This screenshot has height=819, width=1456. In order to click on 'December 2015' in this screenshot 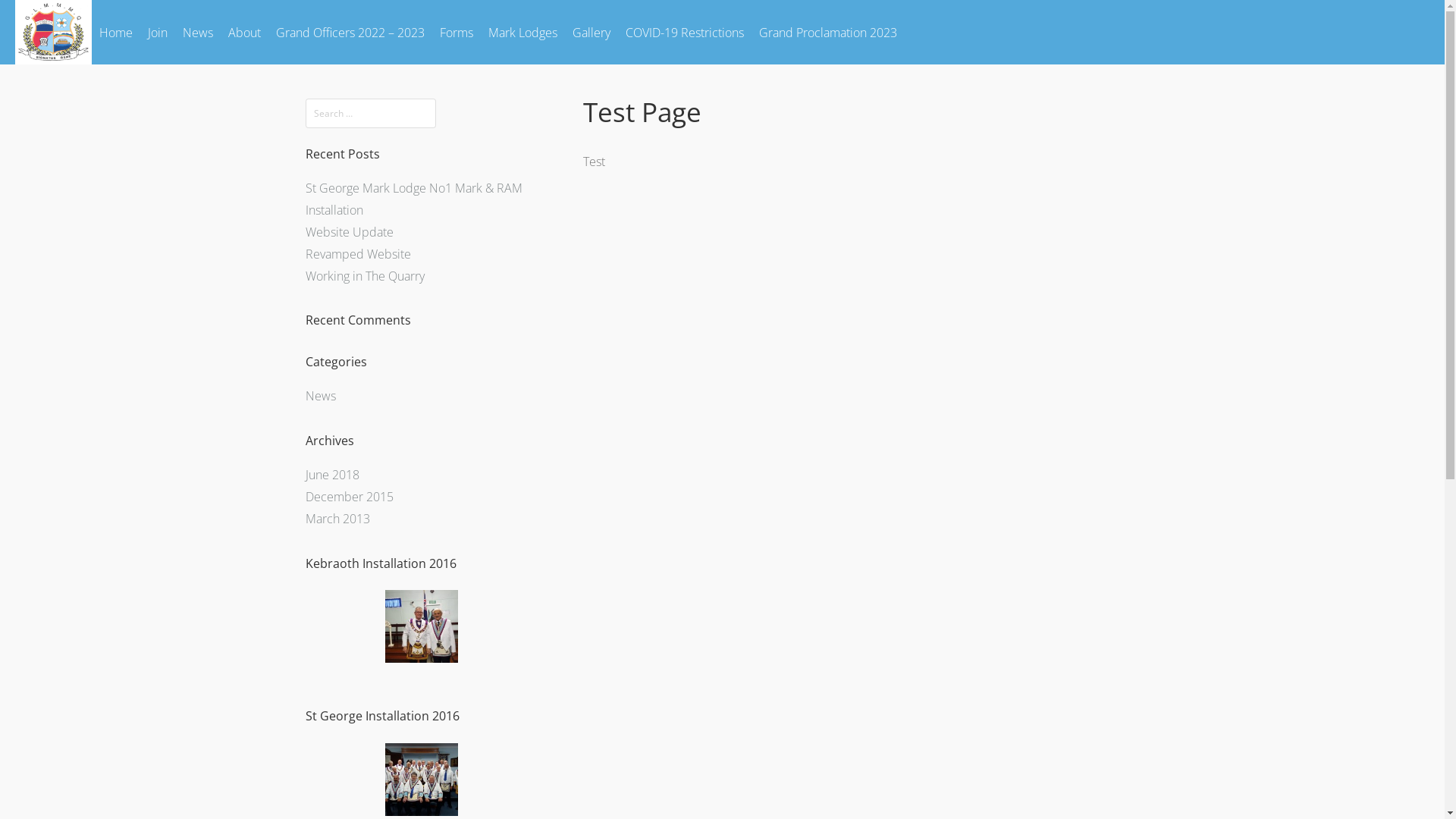, I will do `click(348, 497)`.